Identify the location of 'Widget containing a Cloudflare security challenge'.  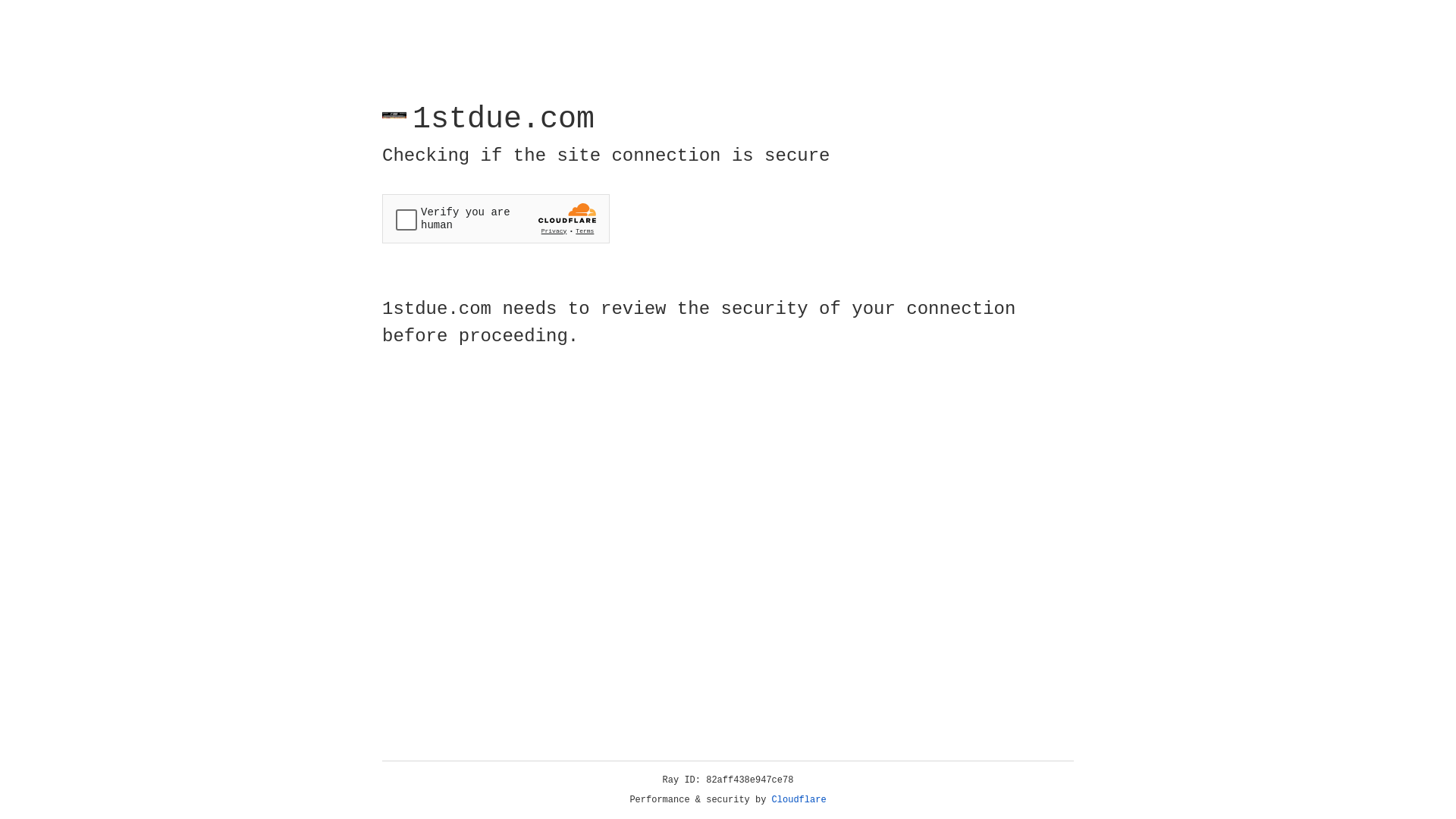
(495, 218).